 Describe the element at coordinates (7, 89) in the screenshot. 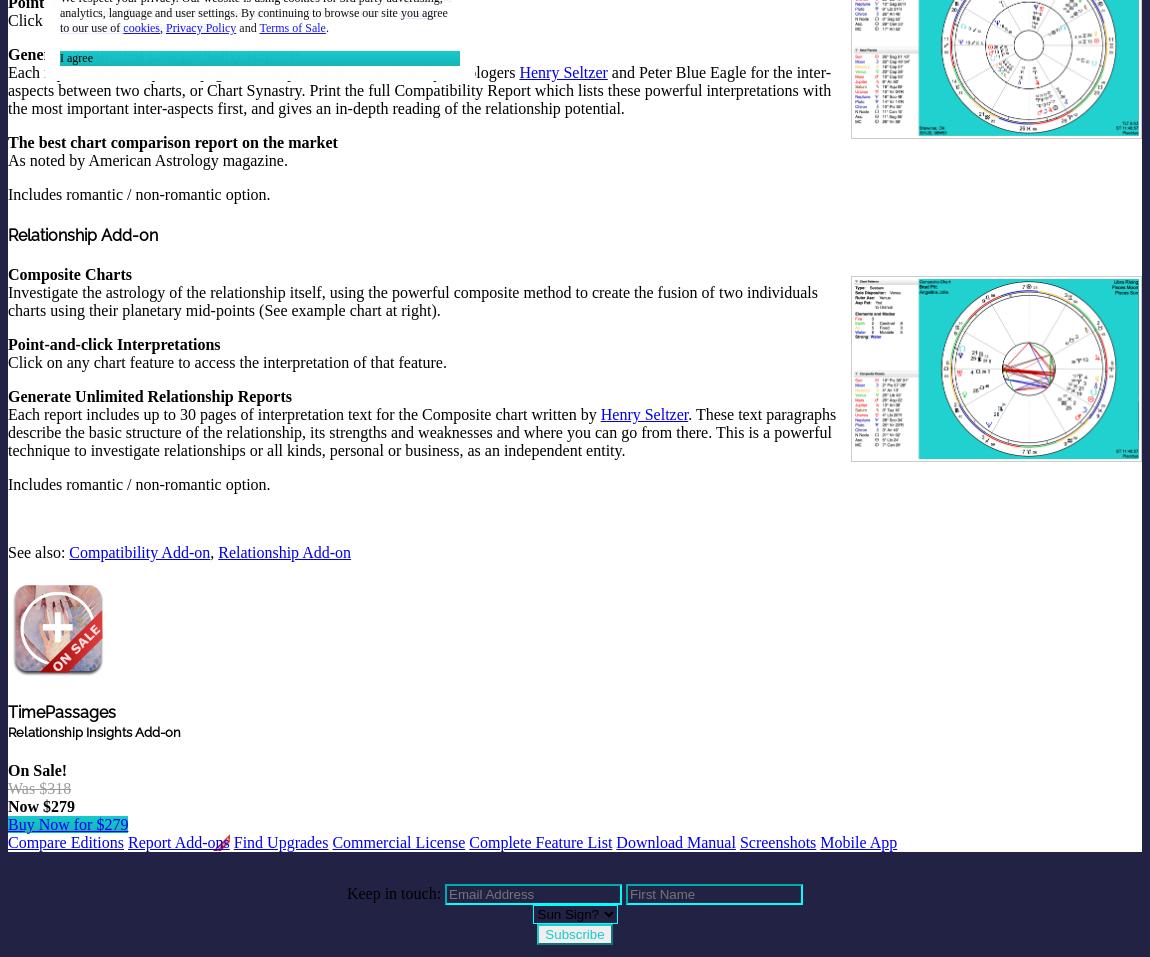

I see `'and Peter Blue Eagle for the inter-aspects between two charts, or Chart Synastry. Print the full Compatibility Report which lists these powerful interpretations with the most important inter-aspects first, and gives an in-depth reading of the relationship potential.'` at that location.